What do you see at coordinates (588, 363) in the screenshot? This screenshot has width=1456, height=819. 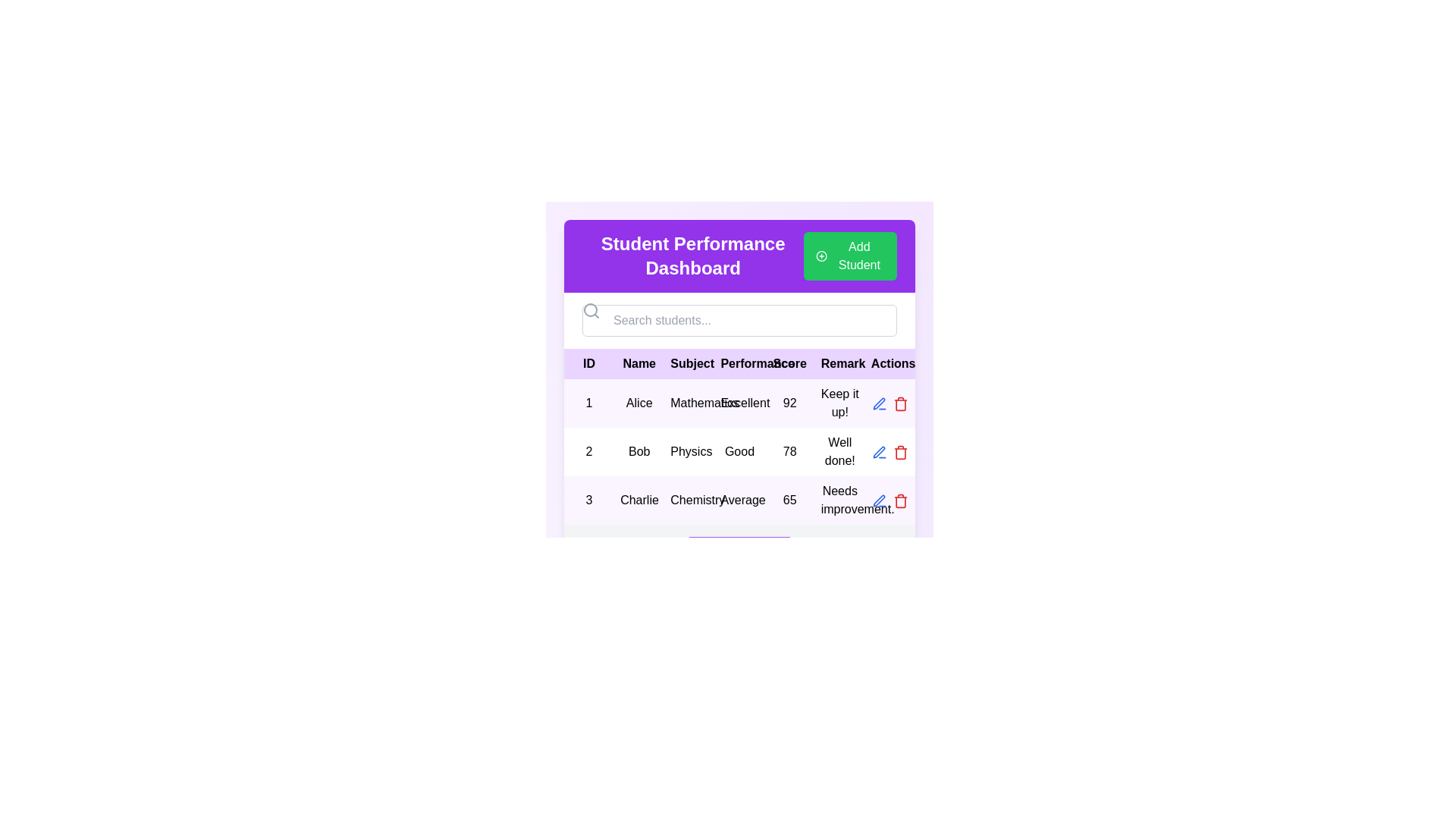 I see `the header label for the 'ID' column, which is the first item in the horizontal row of category headers at the top-left of the table` at bounding box center [588, 363].